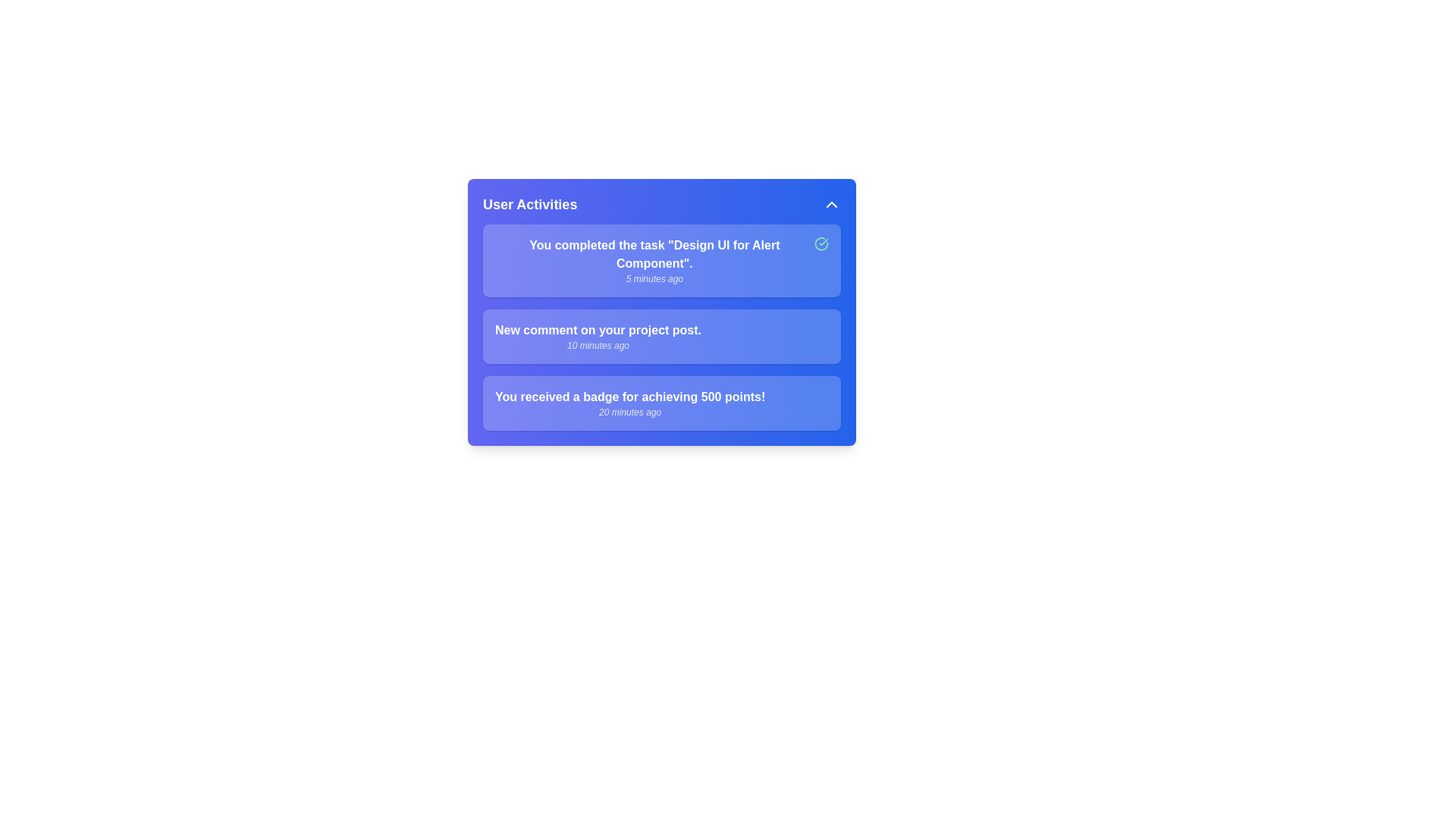 Image resolution: width=1456 pixels, height=819 pixels. What do you see at coordinates (662, 403) in the screenshot?
I see `the Notification card located at the bottom of the 'User Activities' panel, which displays a congratulatory message and a timestamp` at bounding box center [662, 403].